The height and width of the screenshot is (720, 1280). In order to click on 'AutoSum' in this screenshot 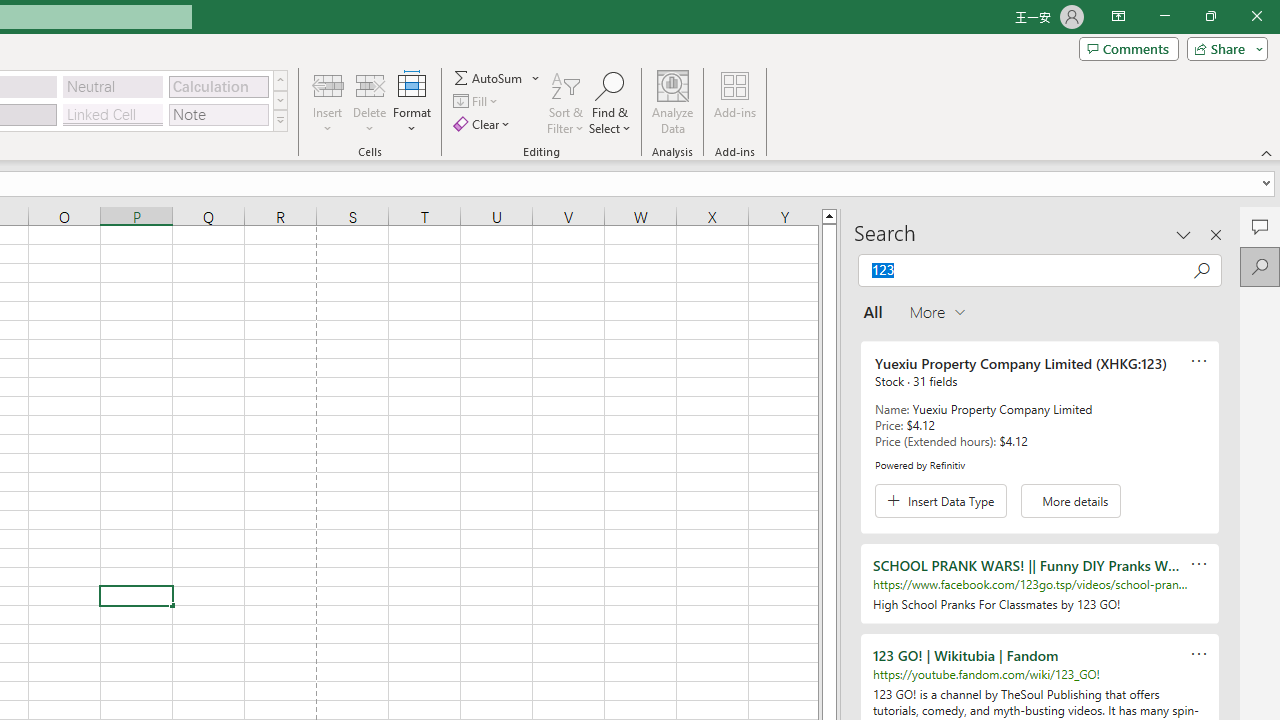, I will do `click(497, 77)`.